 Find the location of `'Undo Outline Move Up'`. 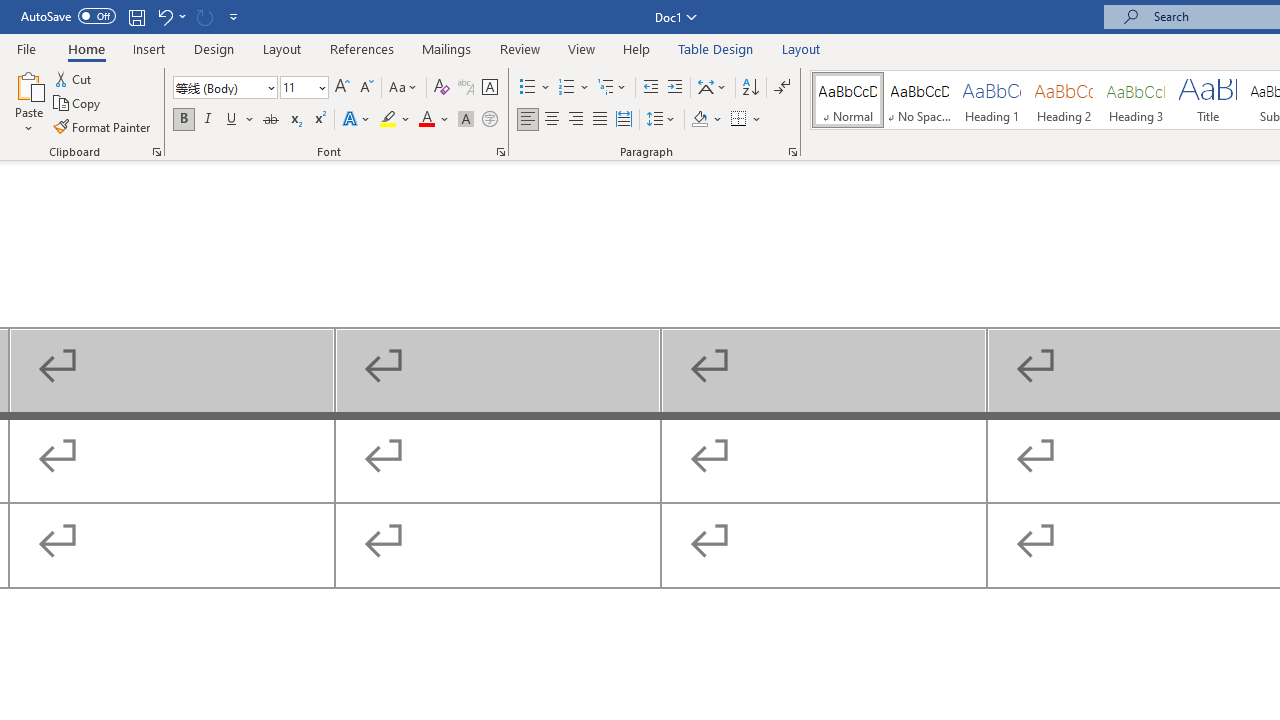

'Undo Outline Move Up' is located at coordinates (170, 16).